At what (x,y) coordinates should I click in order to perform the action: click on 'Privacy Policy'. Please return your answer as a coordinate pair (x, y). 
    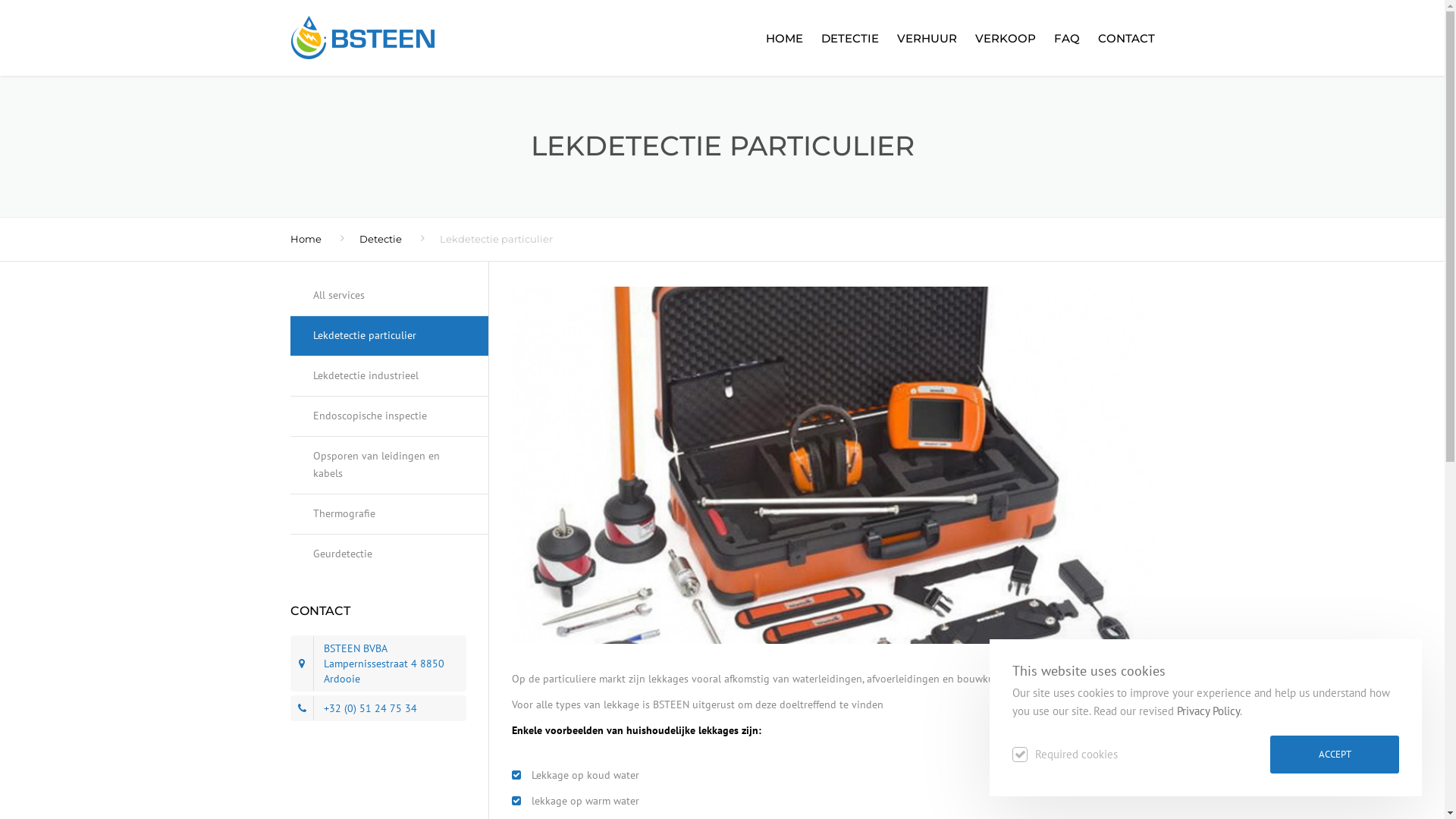
    Looking at the image, I should click on (1207, 711).